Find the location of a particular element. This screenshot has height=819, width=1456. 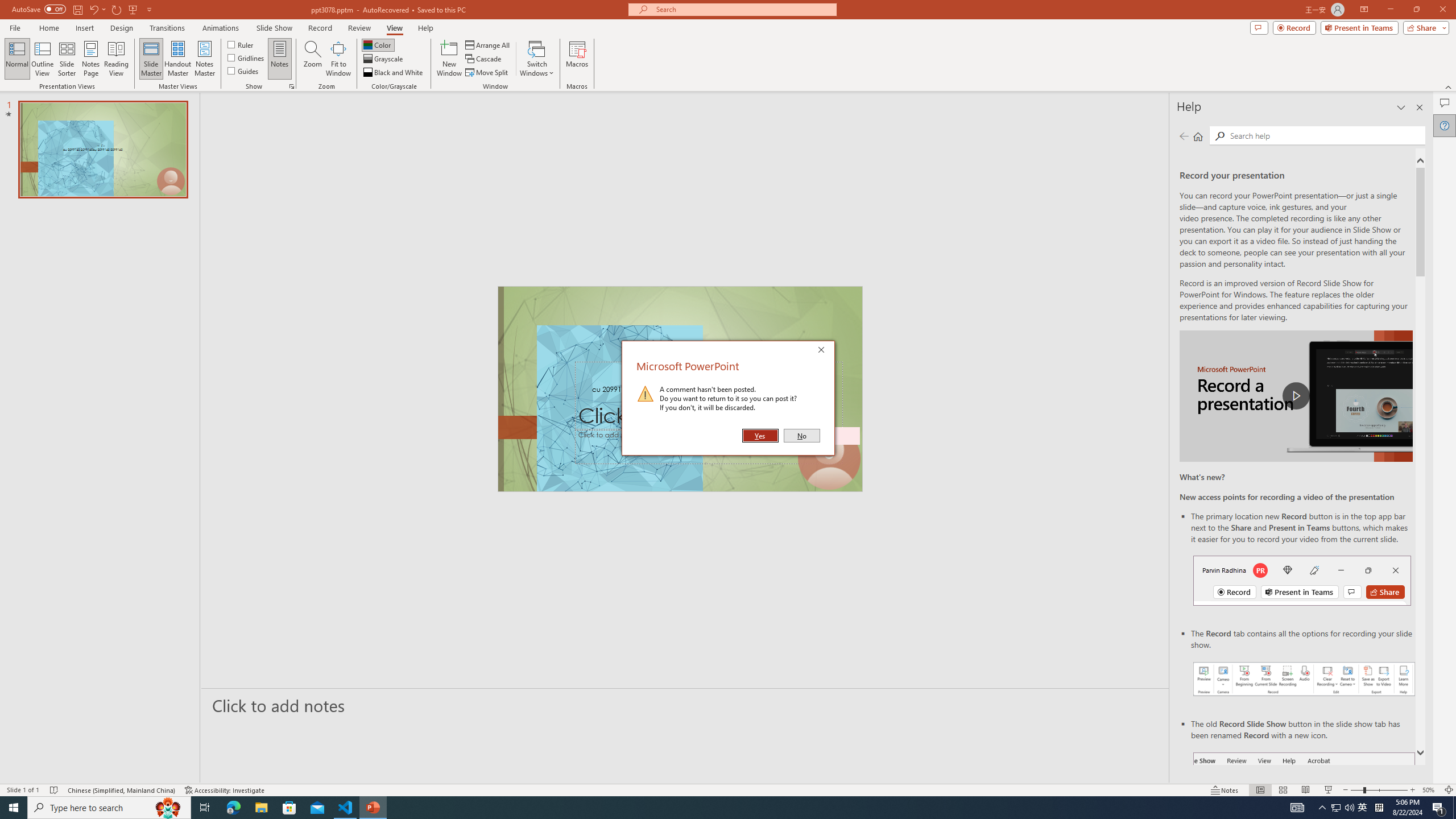

'Warning Icon' is located at coordinates (645, 392).